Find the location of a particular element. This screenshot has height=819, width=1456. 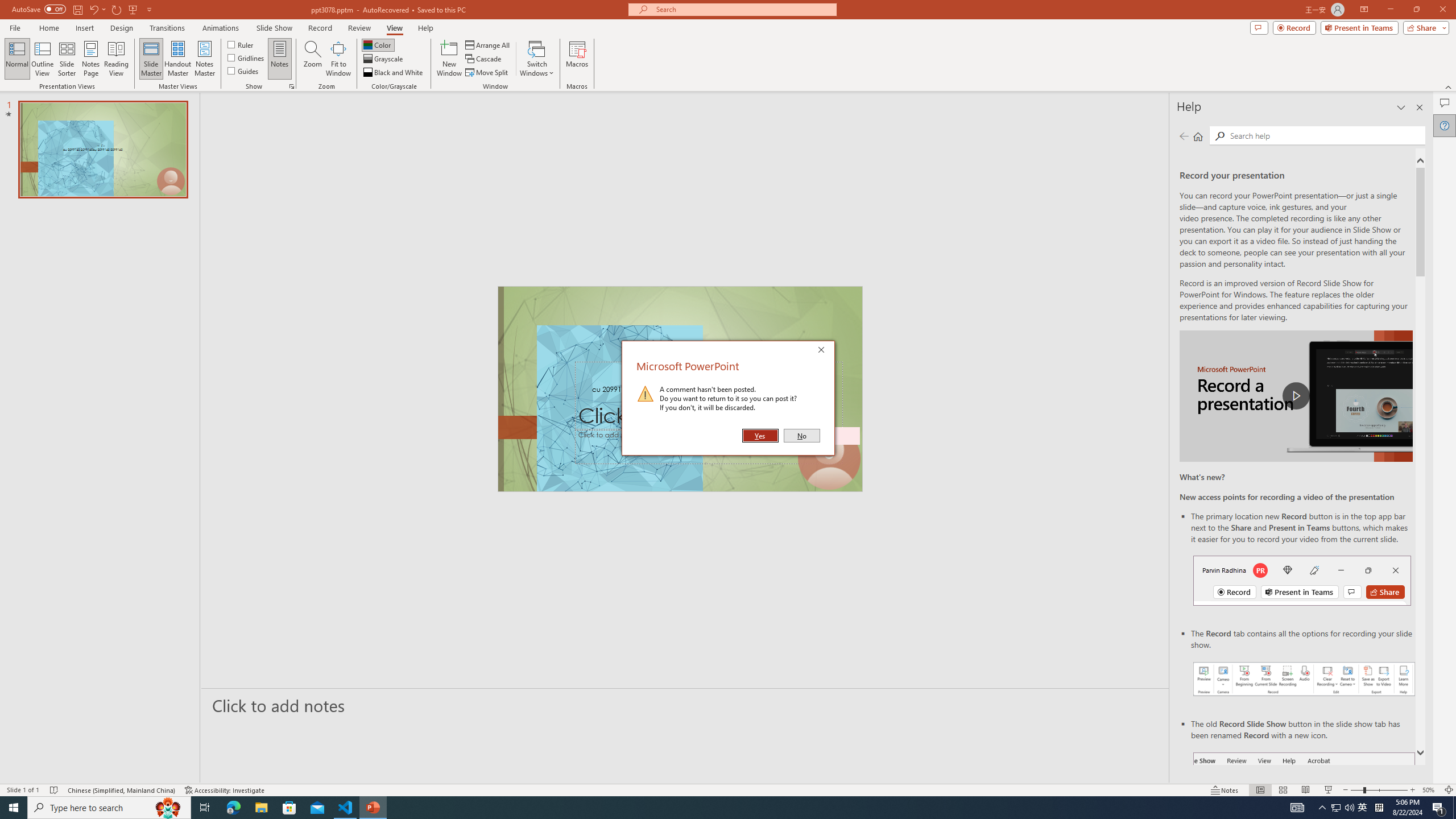

'Warning Icon' is located at coordinates (645, 392).